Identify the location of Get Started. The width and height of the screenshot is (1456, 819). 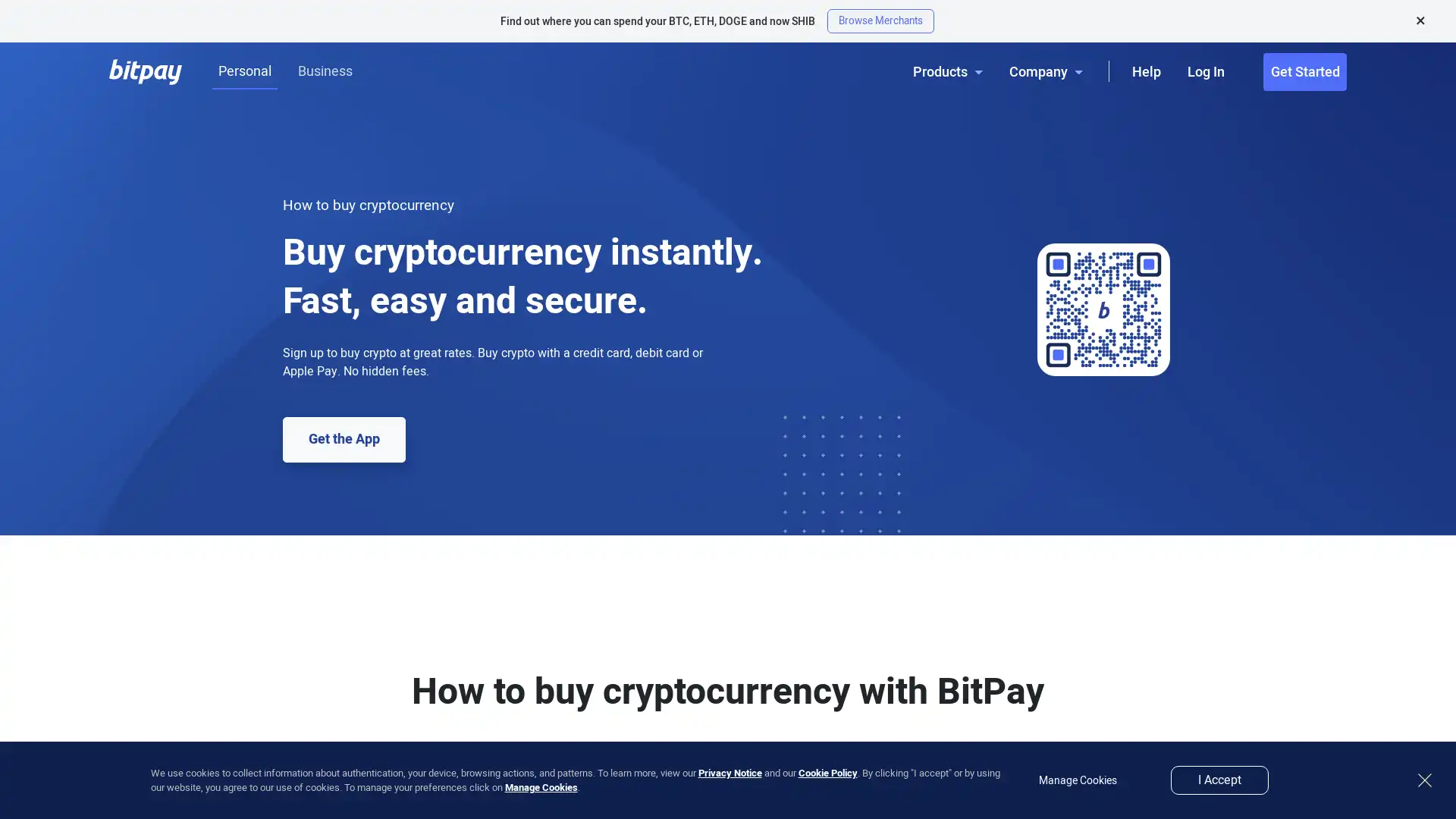
(1304, 72).